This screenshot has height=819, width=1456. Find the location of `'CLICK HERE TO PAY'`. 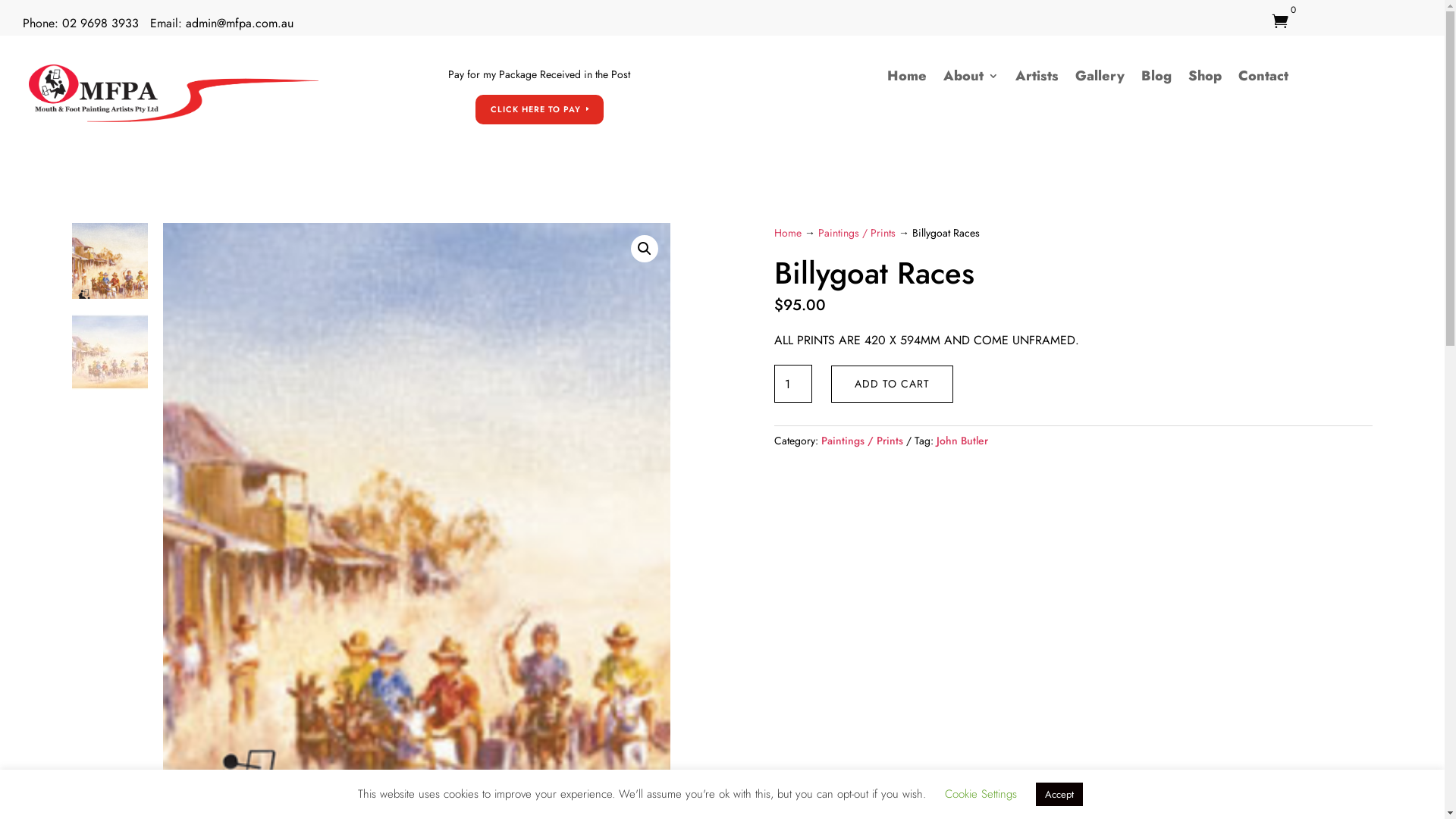

'CLICK HERE TO PAY' is located at coordinates (539, 108).